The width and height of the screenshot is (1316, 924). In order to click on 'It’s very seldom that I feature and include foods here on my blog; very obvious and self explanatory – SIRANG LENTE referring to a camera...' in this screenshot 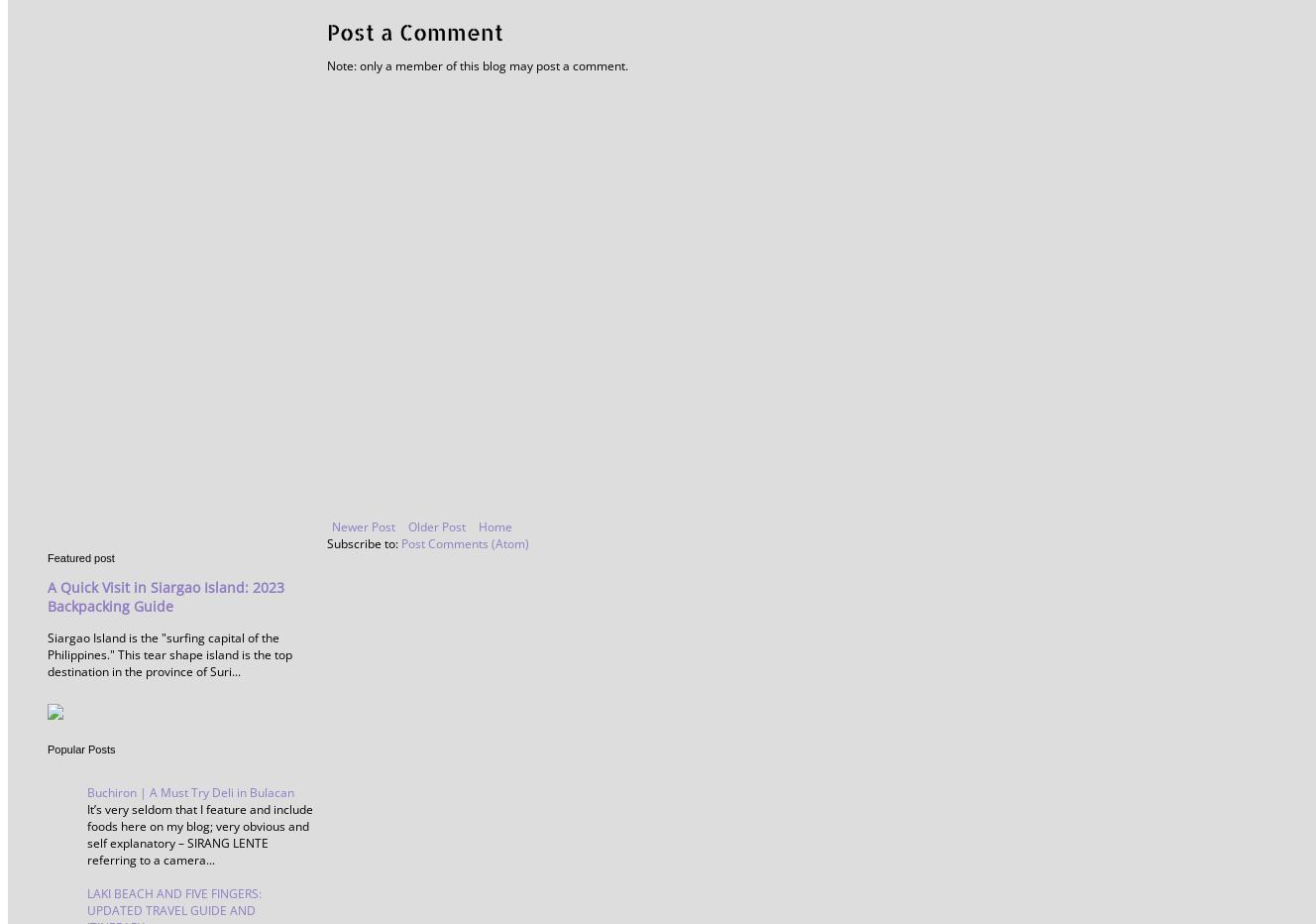, I will do `click(87, 833)`.